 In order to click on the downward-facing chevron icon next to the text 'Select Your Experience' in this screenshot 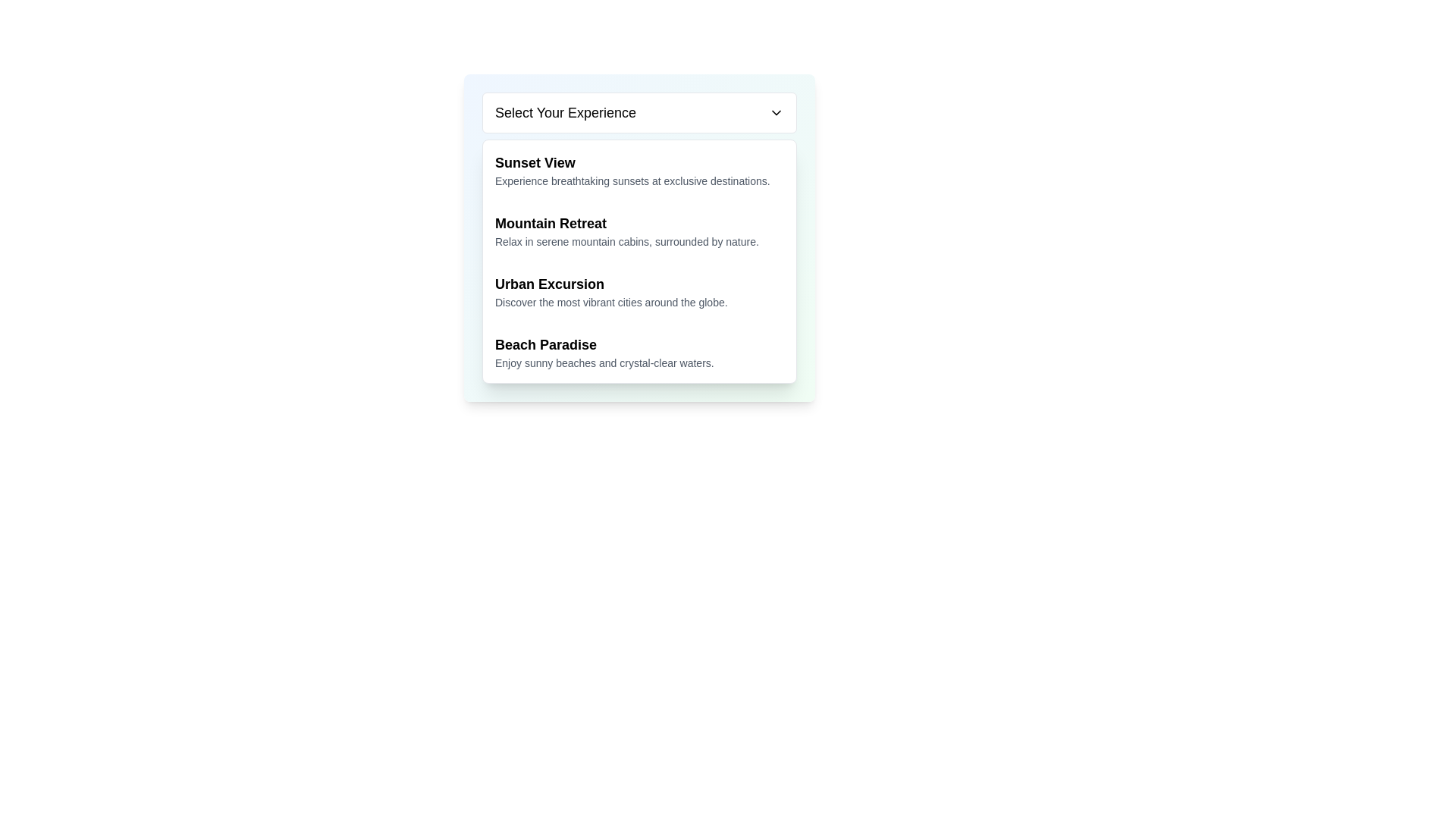, I will do `click(776, 112)`.